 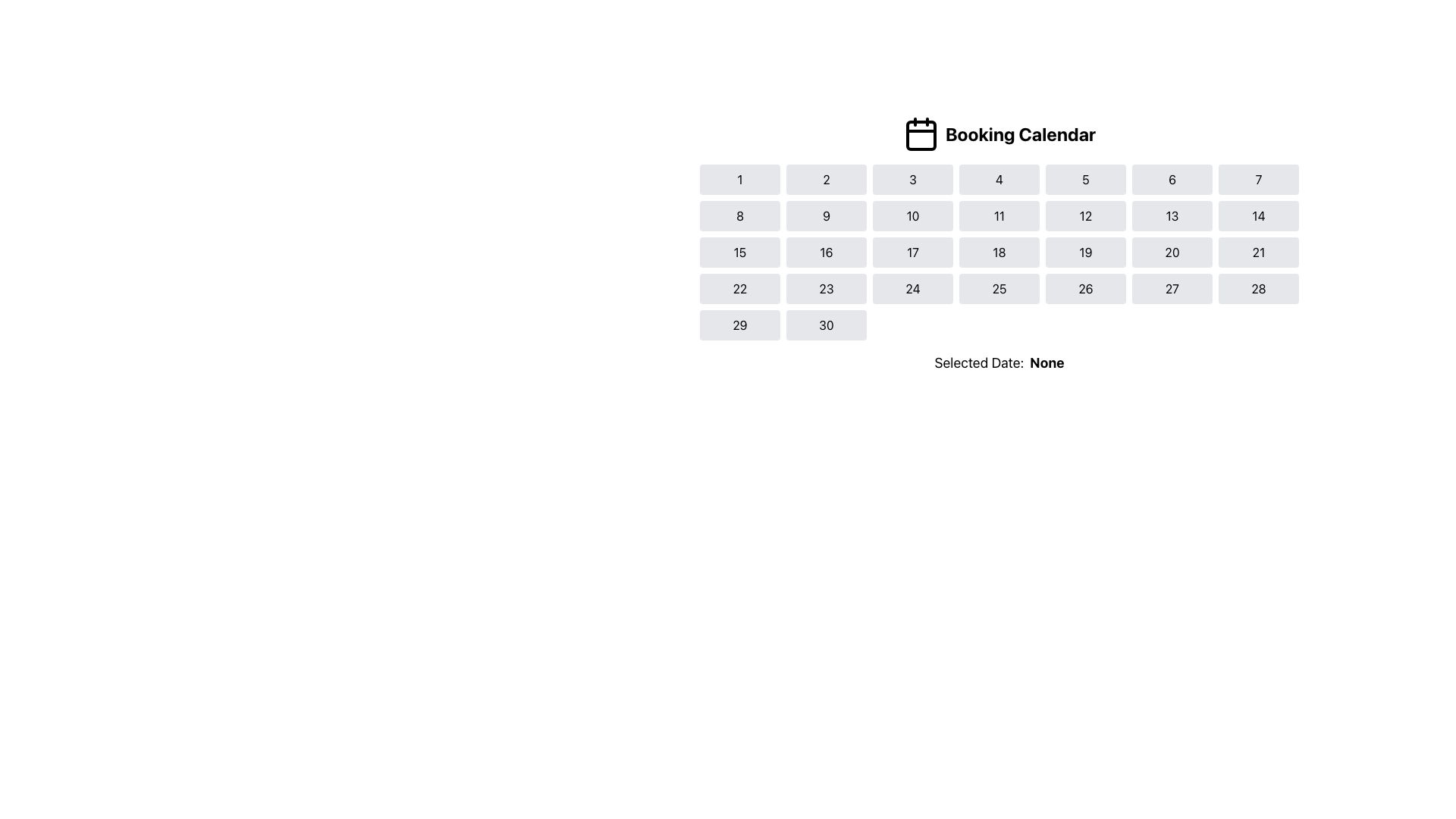 I want to click on the interactive button for selecting the date '29' in the calendar interface using keyboard navigation, so click(x=739, y=324).